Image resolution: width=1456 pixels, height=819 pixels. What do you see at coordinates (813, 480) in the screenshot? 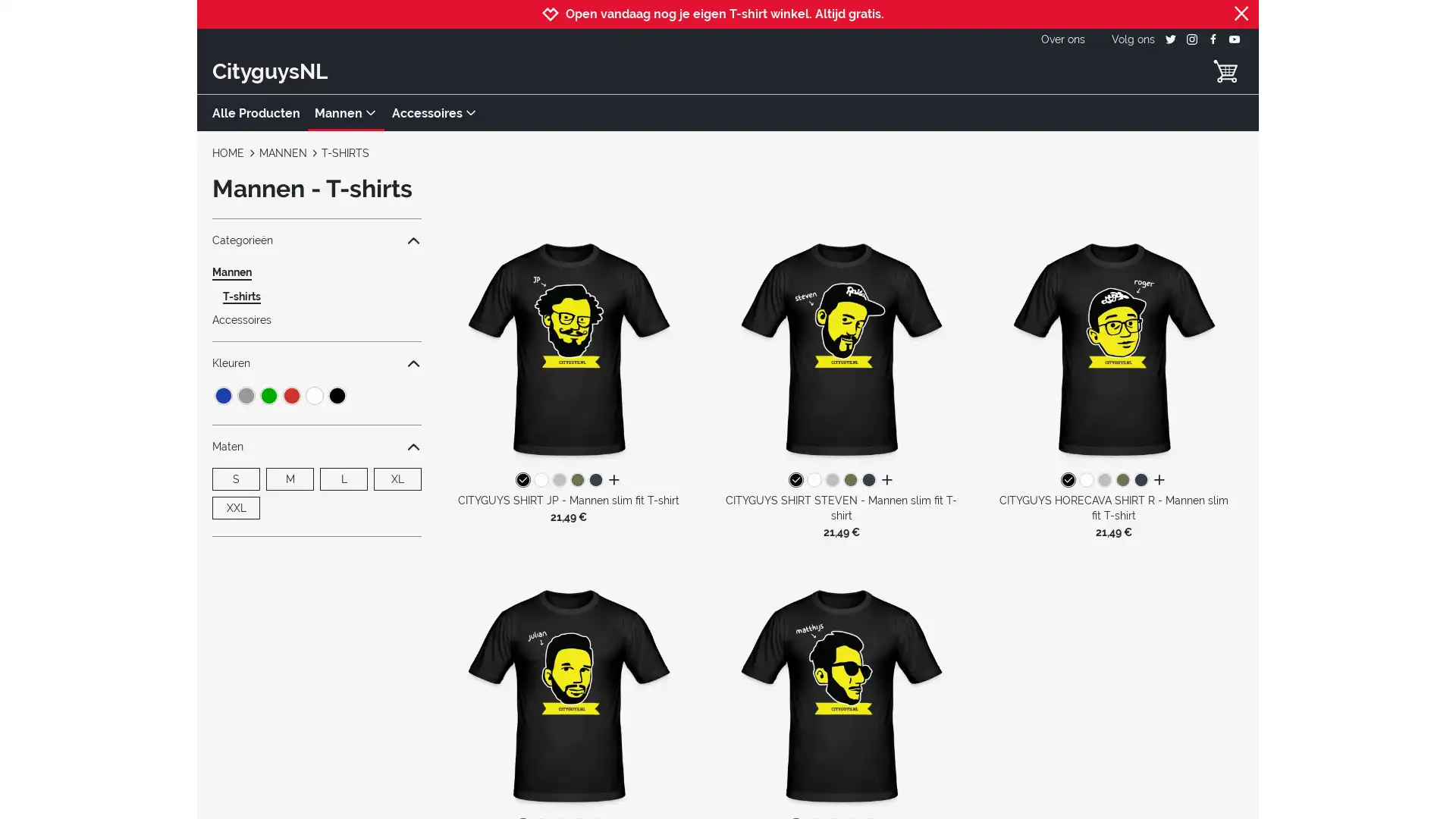
I see `wit` at bounding box center [813, 480].